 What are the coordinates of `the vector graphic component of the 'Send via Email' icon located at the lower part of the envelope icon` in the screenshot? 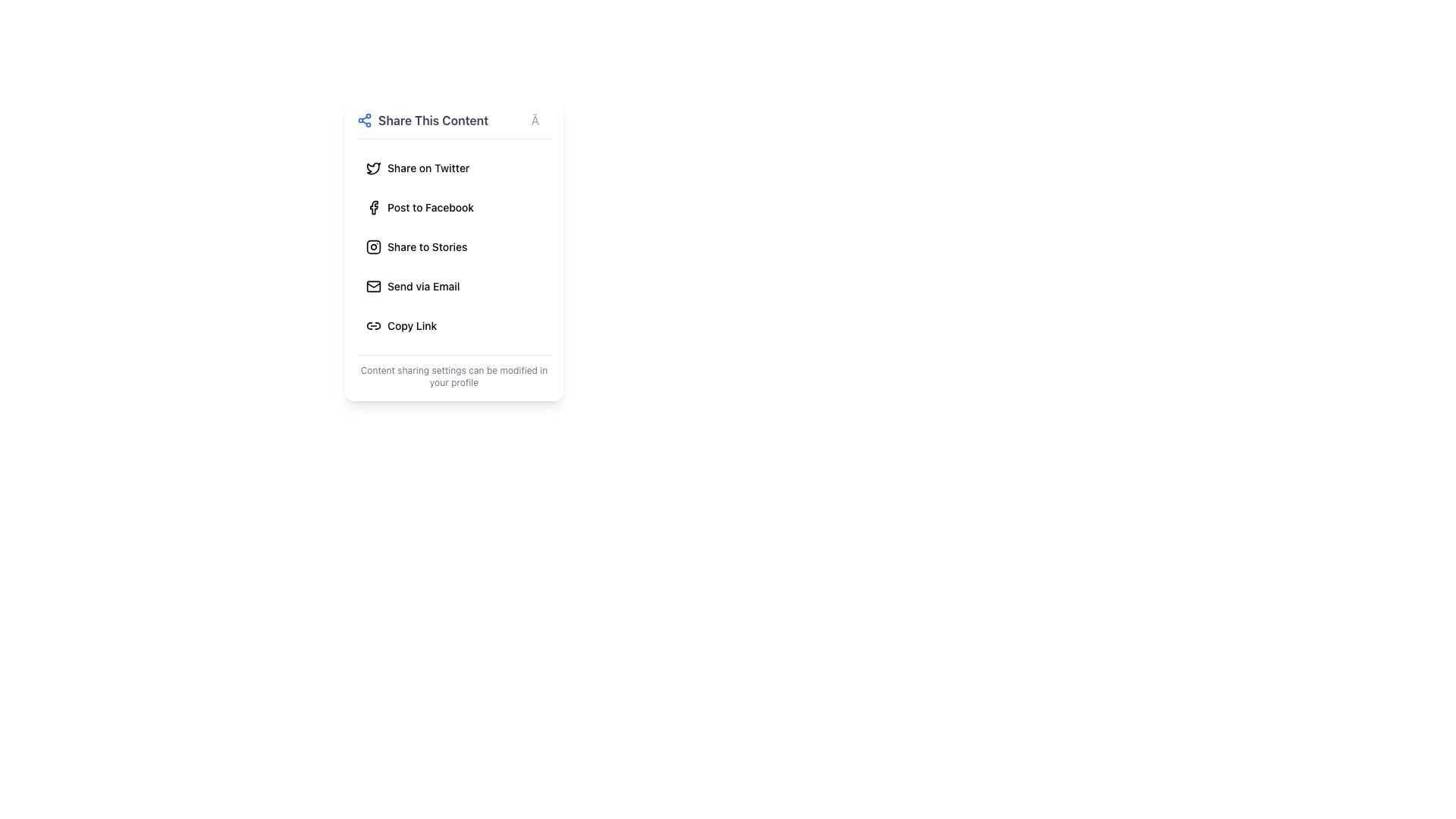 It's located at (374, 284).